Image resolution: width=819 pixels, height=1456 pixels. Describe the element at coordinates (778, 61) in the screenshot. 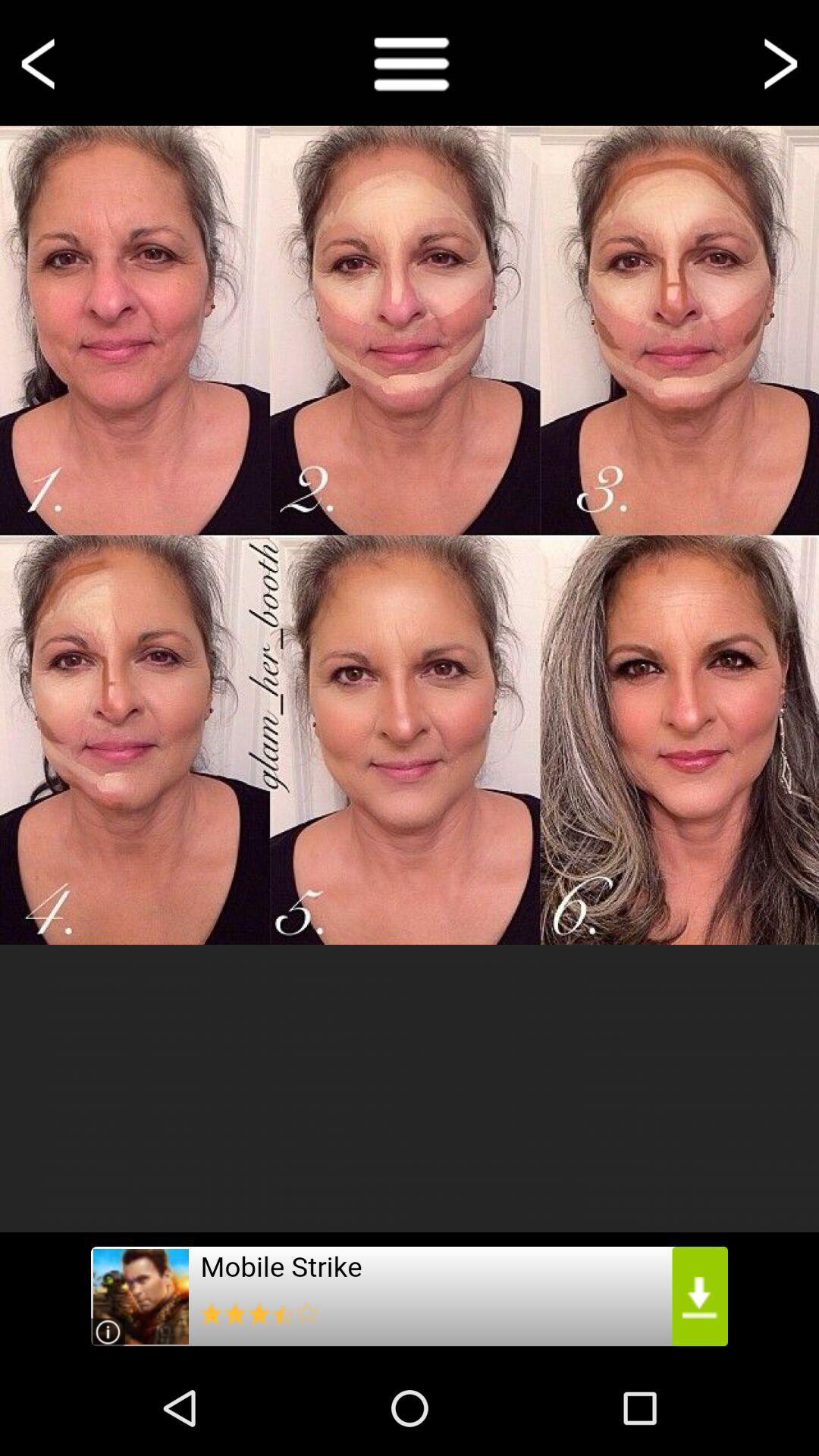

I see `go foward` at that location.